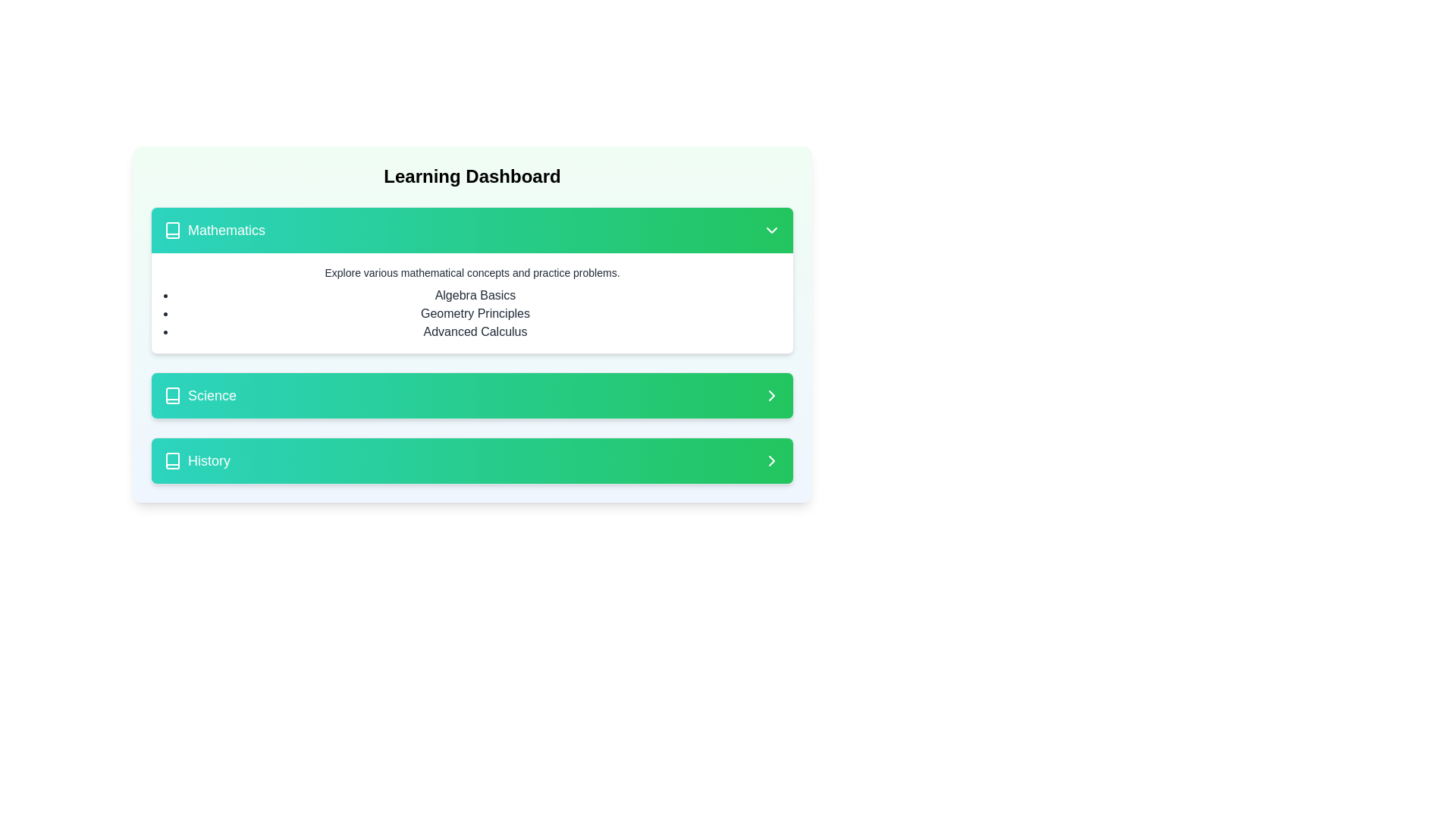 The image size is (1456, 819). I want to click on the Text heading (H1 or H2 styled) at the top center of the dashboard interface to interact with the main content area, so click(472, 175).